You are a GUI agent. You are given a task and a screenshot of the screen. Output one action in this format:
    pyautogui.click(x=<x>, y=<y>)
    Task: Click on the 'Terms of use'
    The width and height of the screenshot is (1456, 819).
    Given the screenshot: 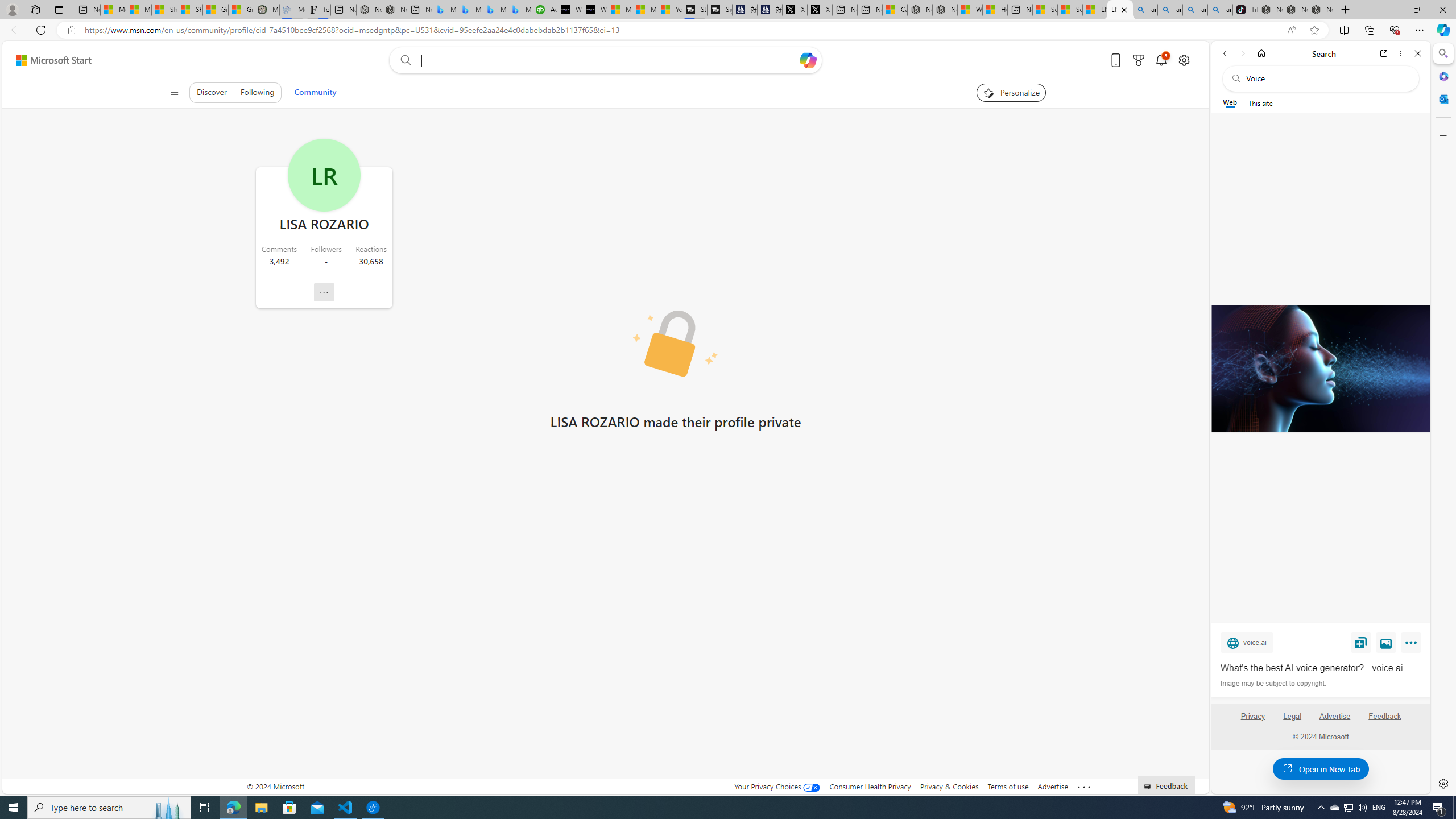 What is the action you would take?
    pyautogui.click(x=1008, y=786)
    